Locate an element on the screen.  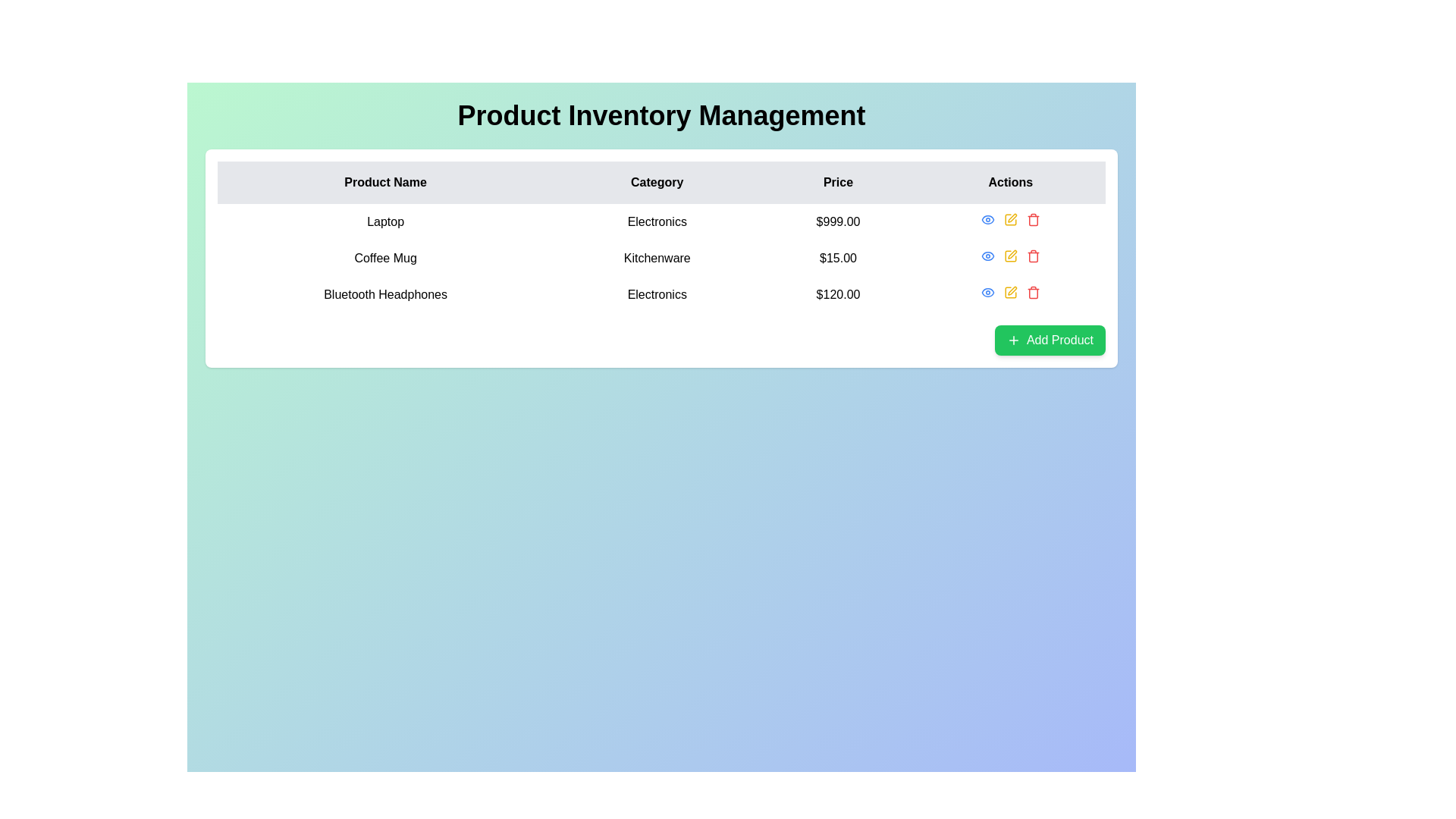
the first interactive icon button in the 'Actions' column of the third row in the table is located at coordinates (987, 292).